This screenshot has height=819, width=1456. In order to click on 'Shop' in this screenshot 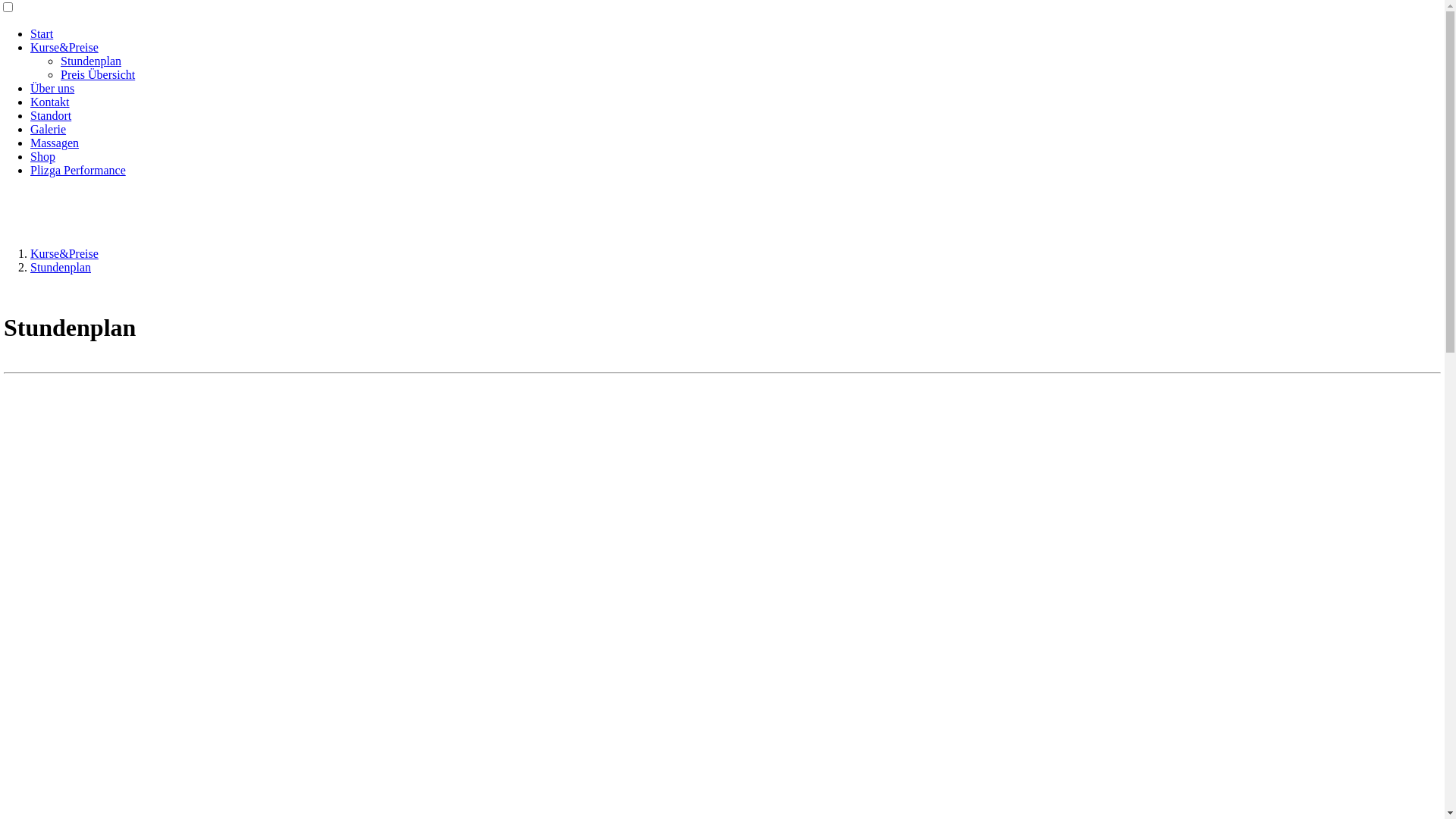, I will do `click(42, 156)`.